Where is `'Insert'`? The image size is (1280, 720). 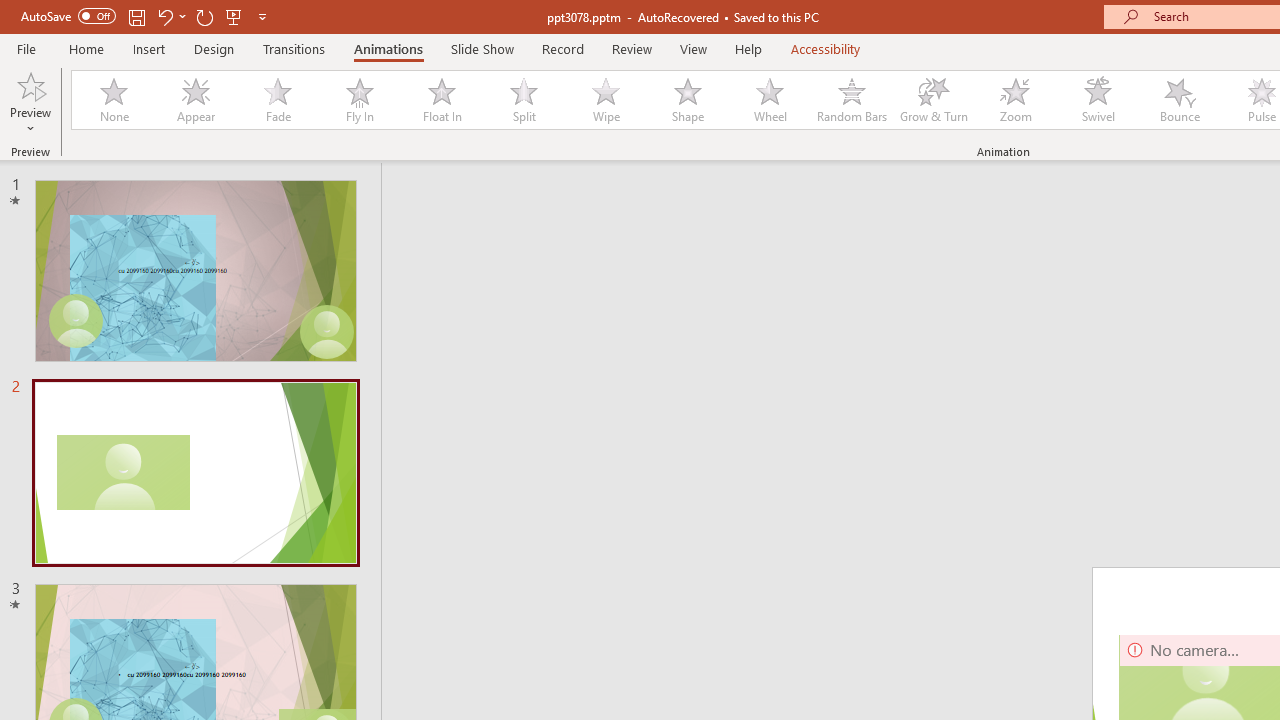 'Insert' is located at coordinates (148, 48).